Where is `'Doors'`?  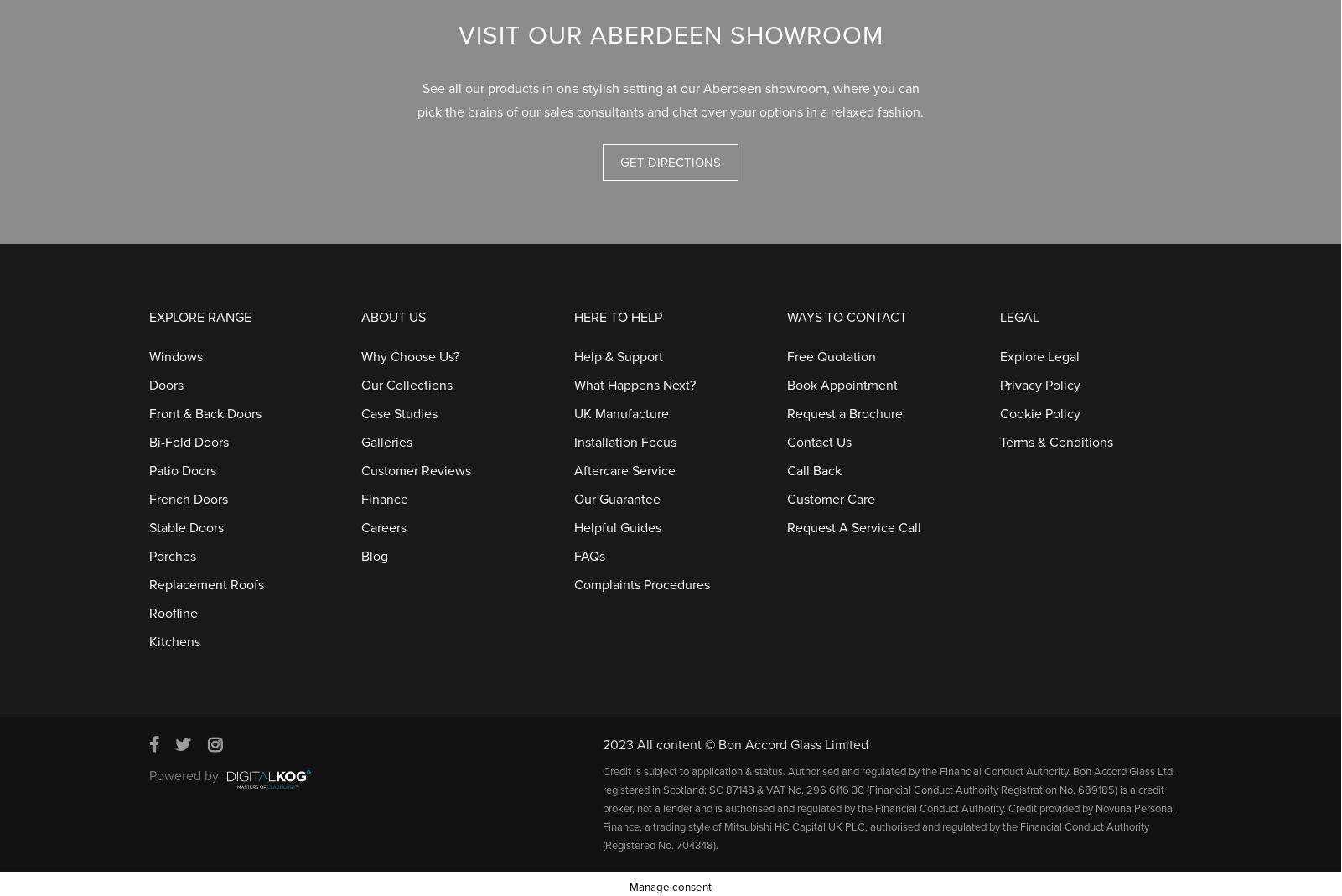
'Doors' is located at coordinates (165, 377).